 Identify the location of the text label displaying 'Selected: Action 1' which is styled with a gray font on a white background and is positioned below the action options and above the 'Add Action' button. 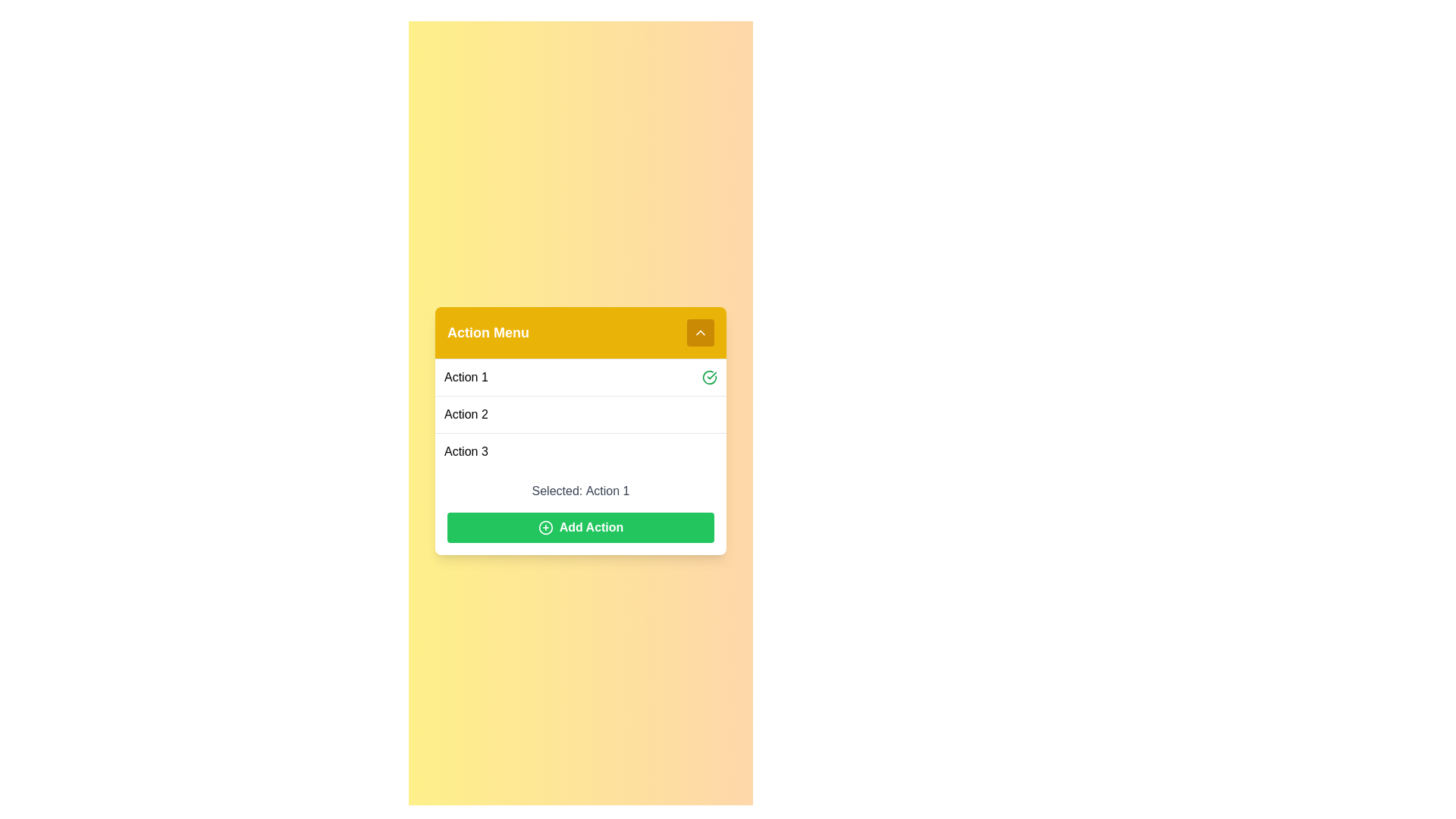
(580, 491).